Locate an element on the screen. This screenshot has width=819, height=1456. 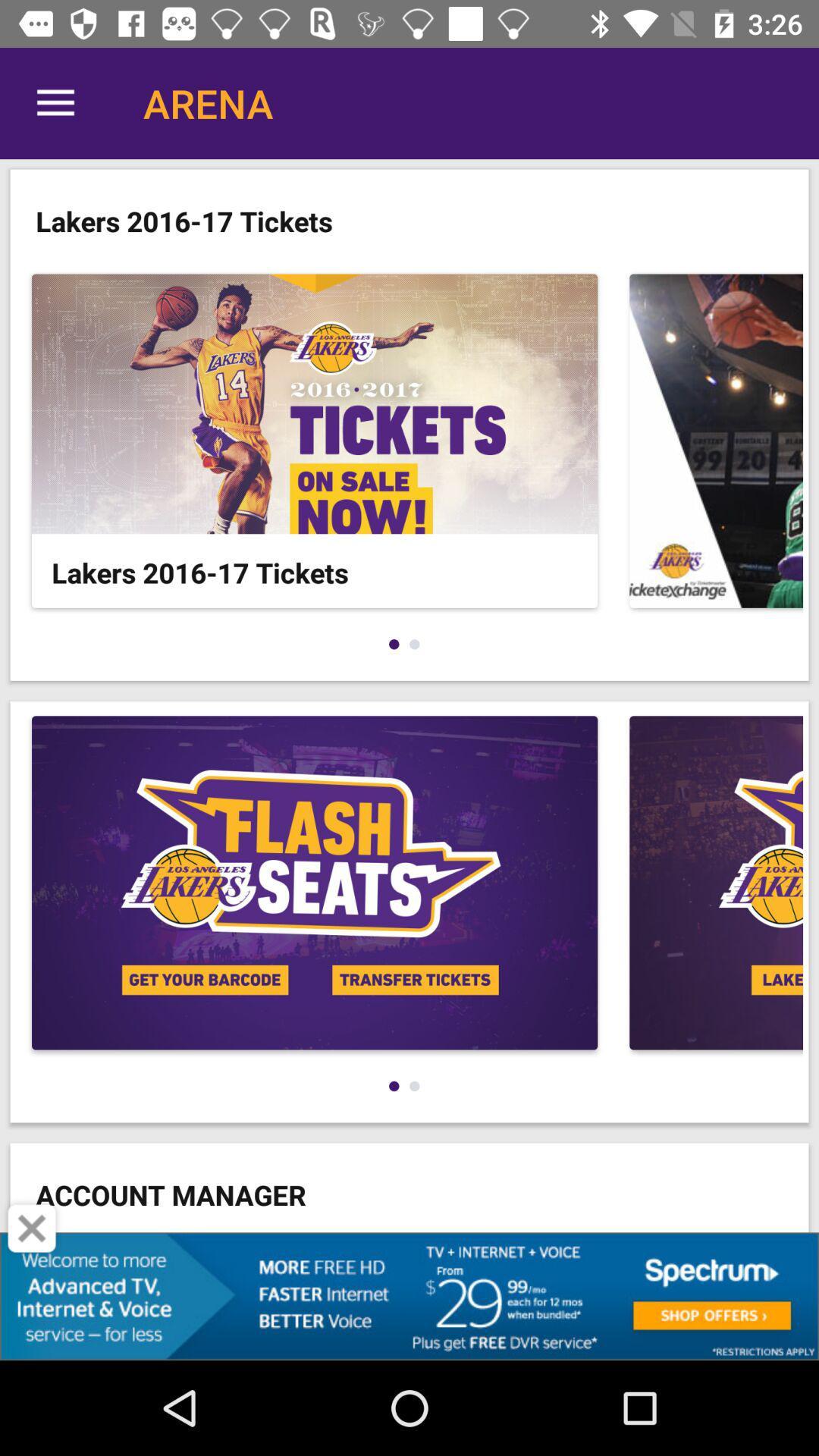
option is located at coordinates (32, 1228).